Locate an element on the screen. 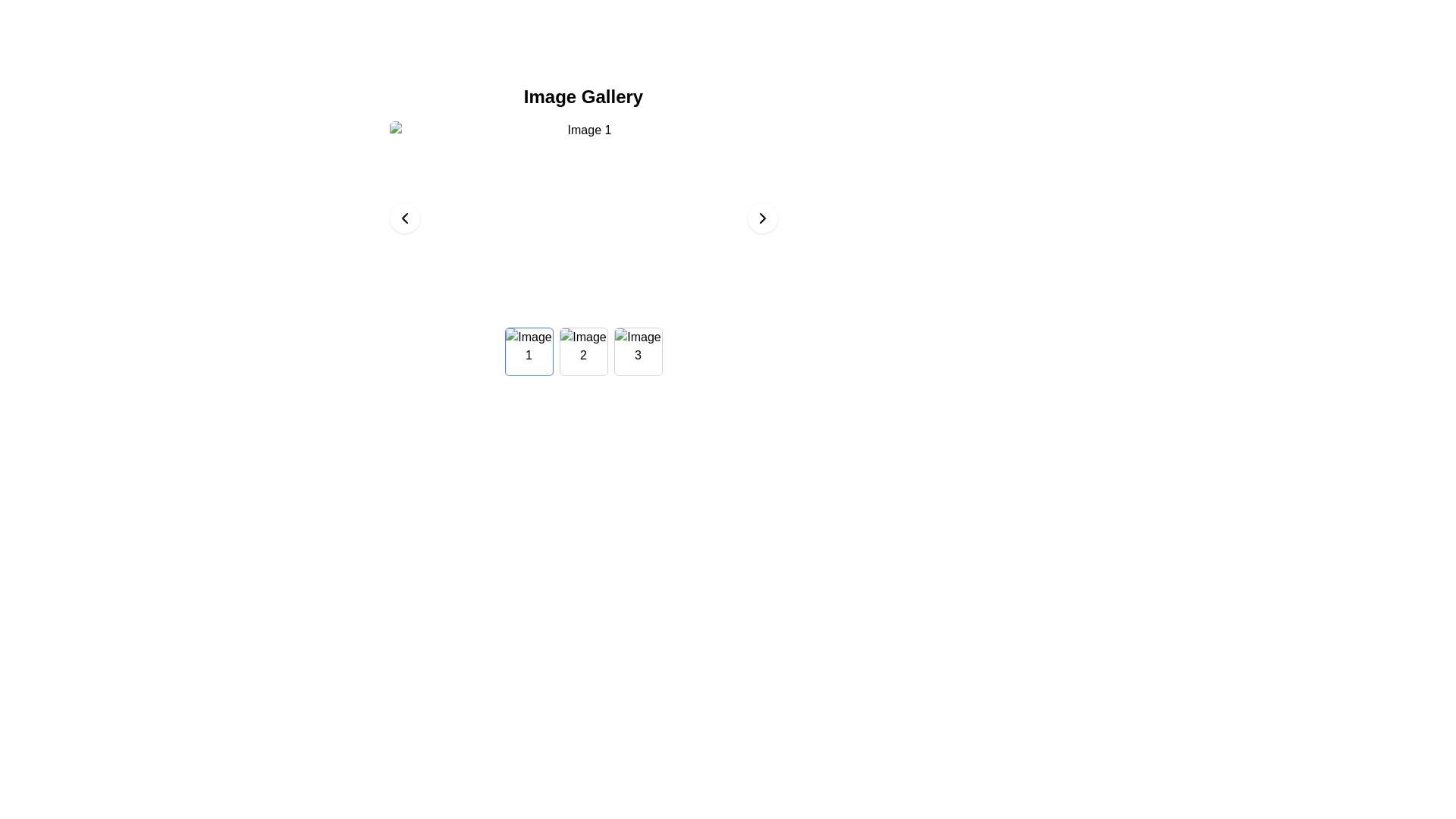  the circular button with a white background and black left-chevron icon, which serves as the left navigation button is located at coordinates (404, 218).